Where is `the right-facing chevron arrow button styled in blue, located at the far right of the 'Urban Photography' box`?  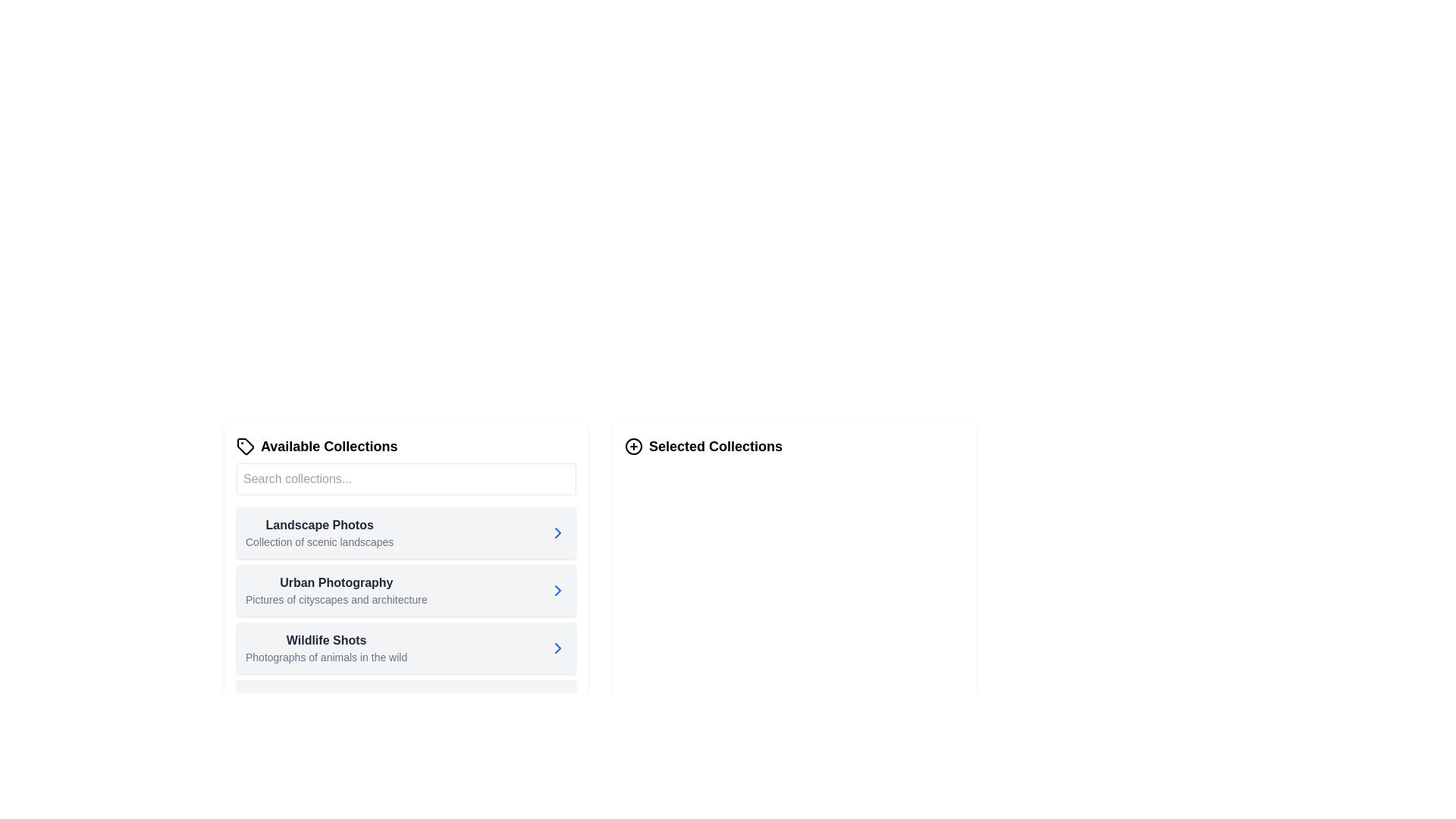 the right-facing chevron arrow button styled in blue, located at the far right of the 'Urban Photography' box is located at coordinates (557, 590).